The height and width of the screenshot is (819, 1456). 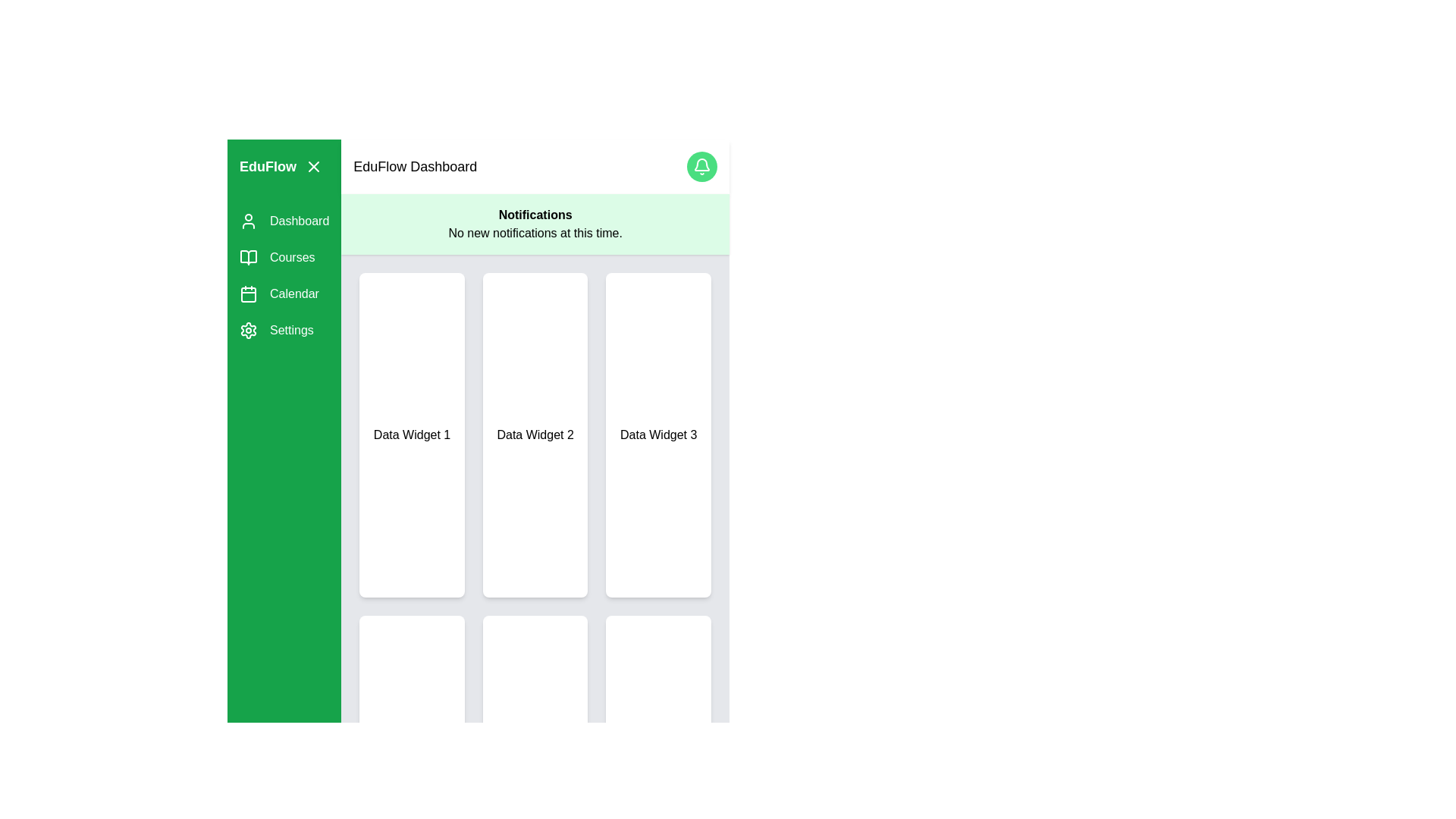 I want to click on the green 'Dashboard' button with a user icon located at the top of the vertical menu, so click(x=284, y=221).